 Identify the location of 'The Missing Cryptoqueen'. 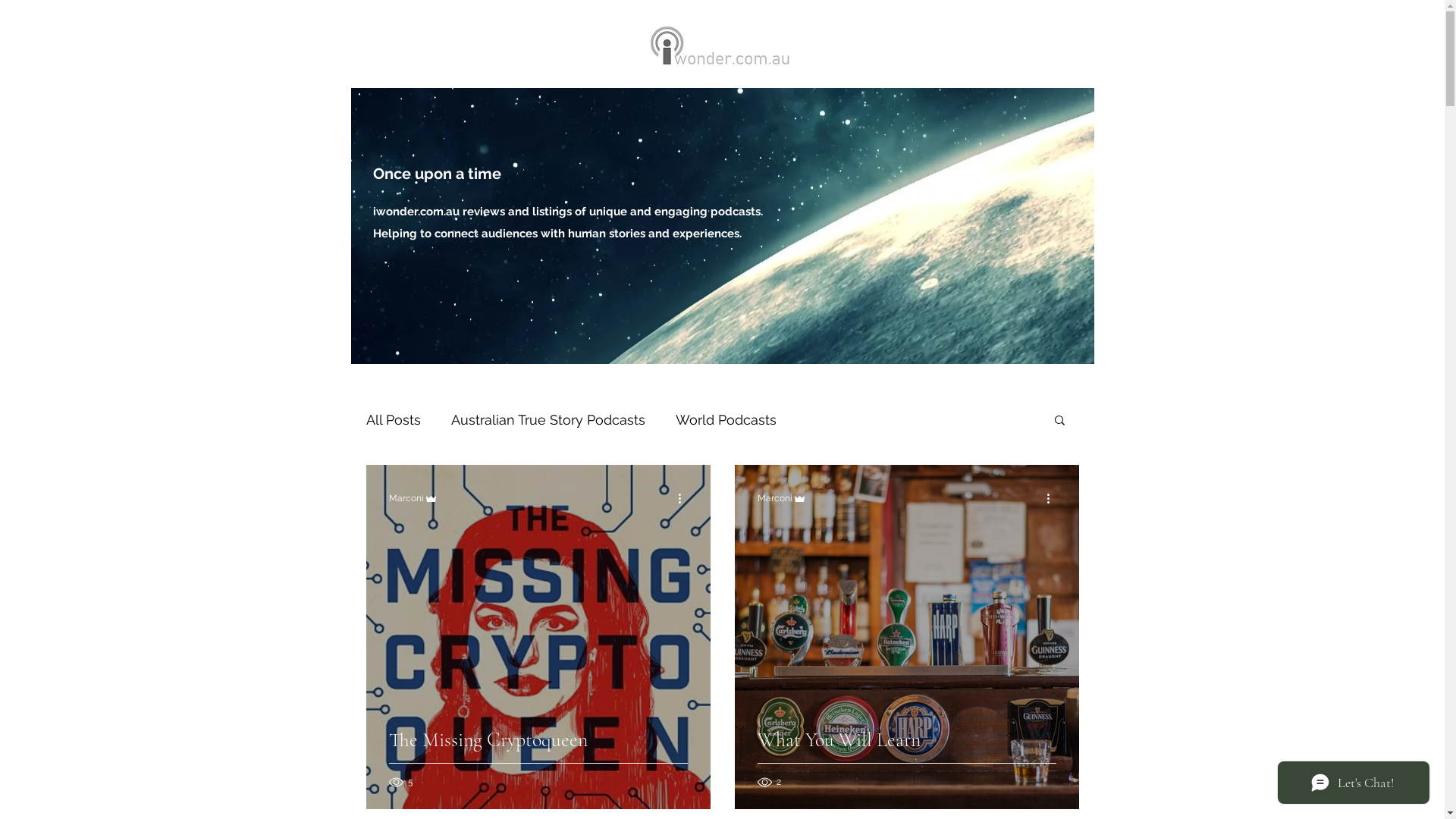
(538, 758).